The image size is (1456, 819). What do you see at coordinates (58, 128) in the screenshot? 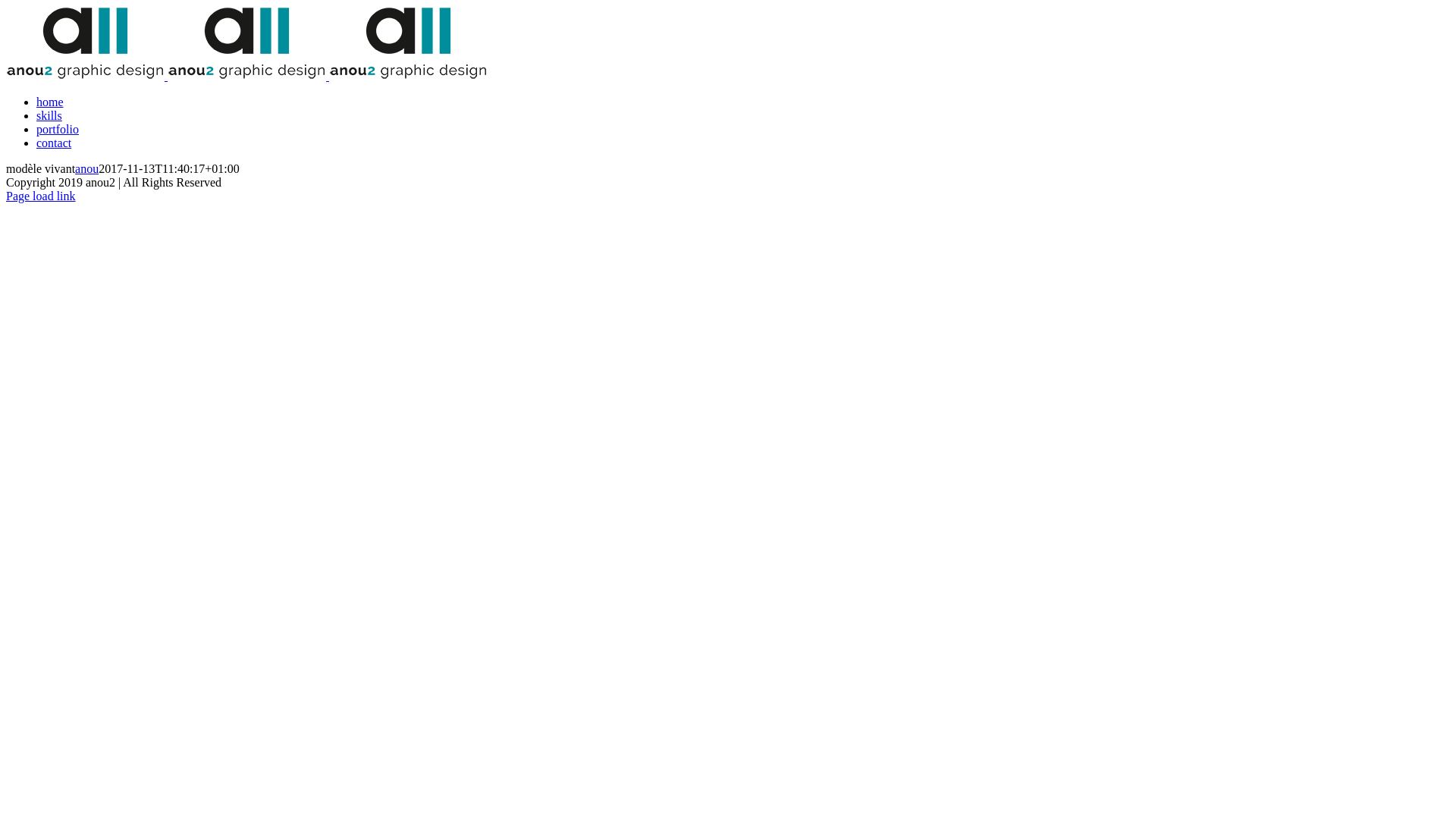
I see `'portfolio'` at bounding box center [58, 128].